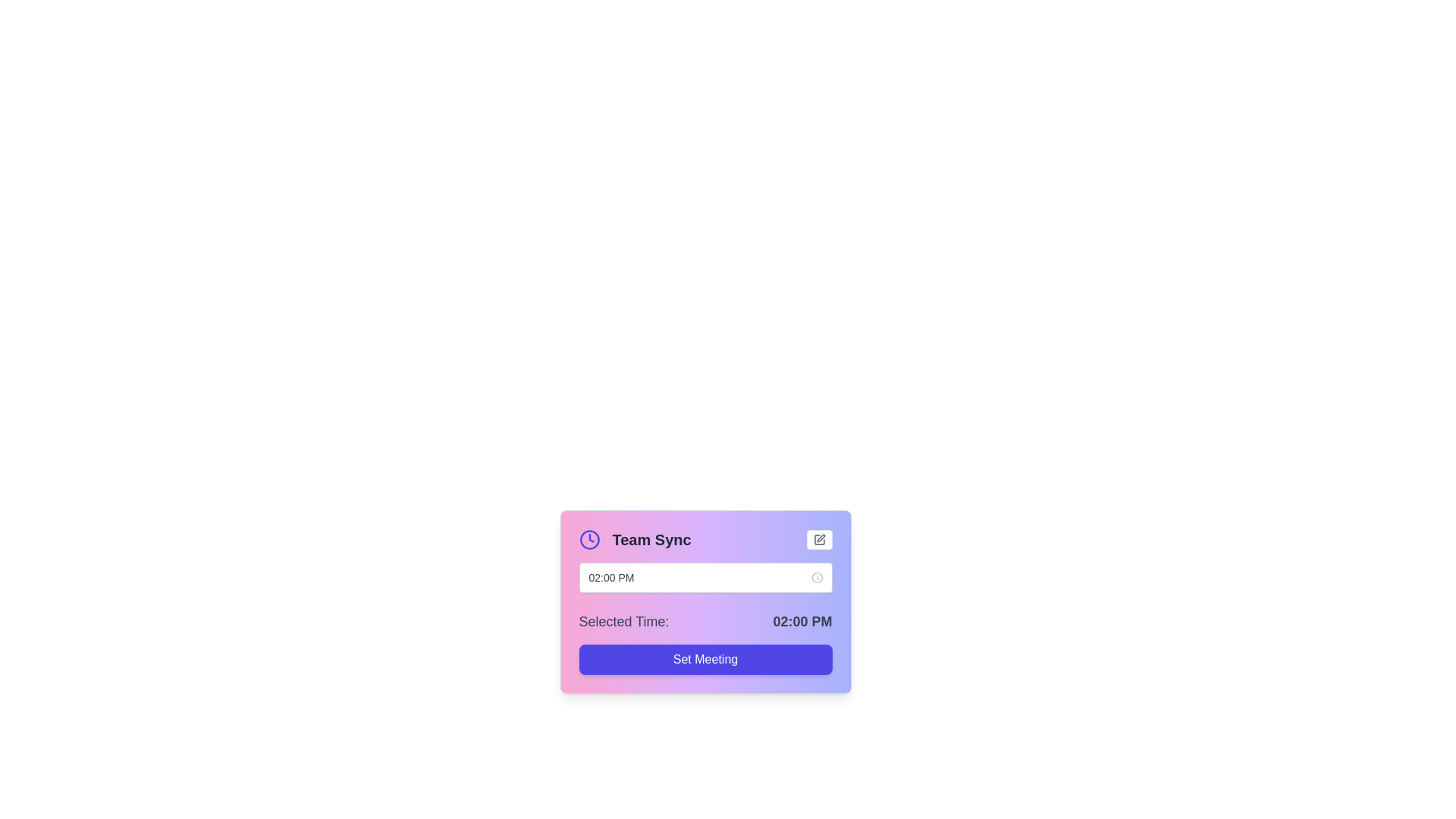 This screenshot has width=1456, height=819. Describe the element at coordinates (704, 601) in the screenshot. I see `or edit the time field in the meeting setup interface, which is a central card-like structure allowing users to adjust meeting details` at that location.